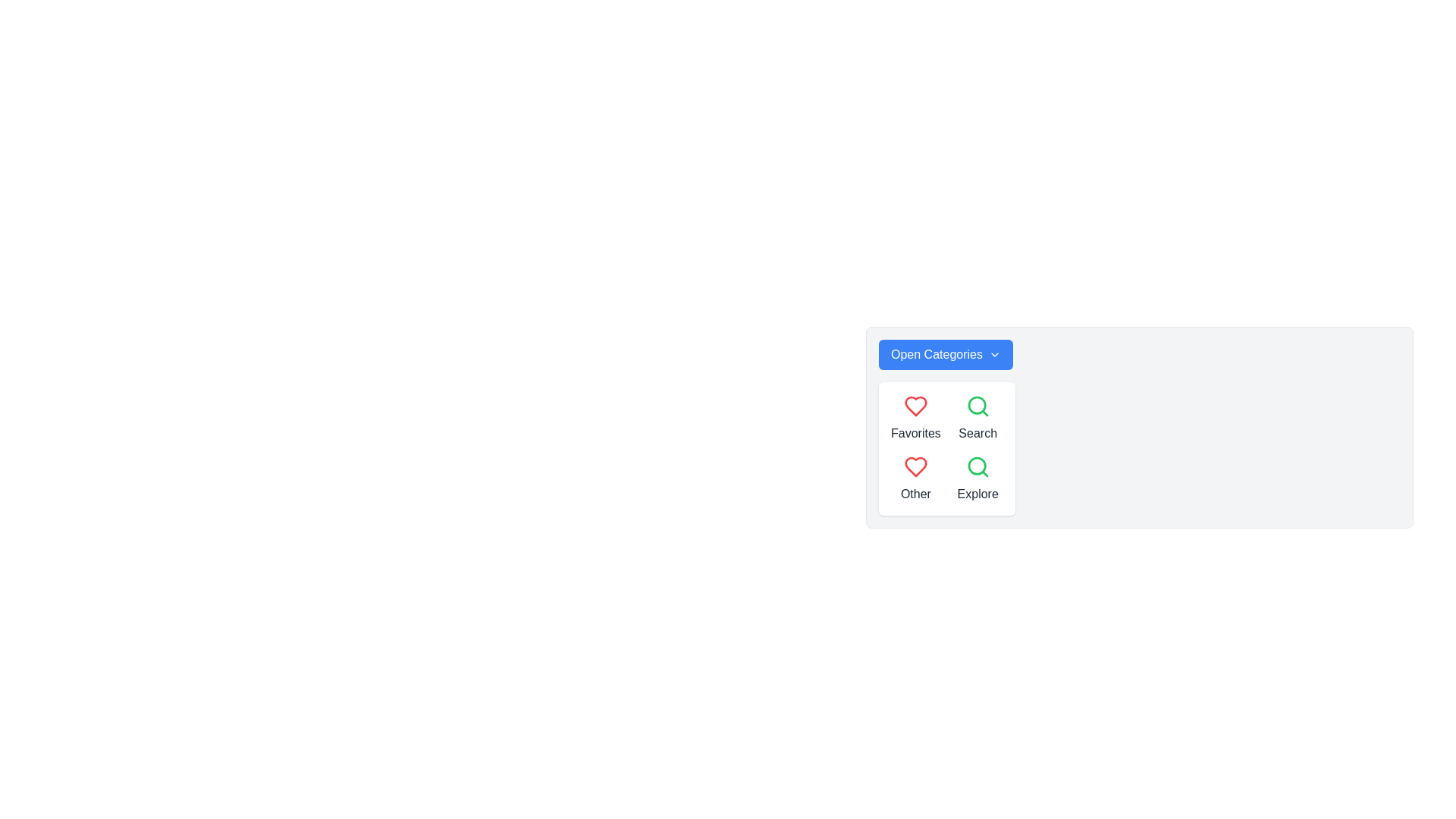  I want to click on the 'Favorites' text label, which is positioned directly below the red heart icon in the menu or category box, aiding users in navigation, so click(915, 433).